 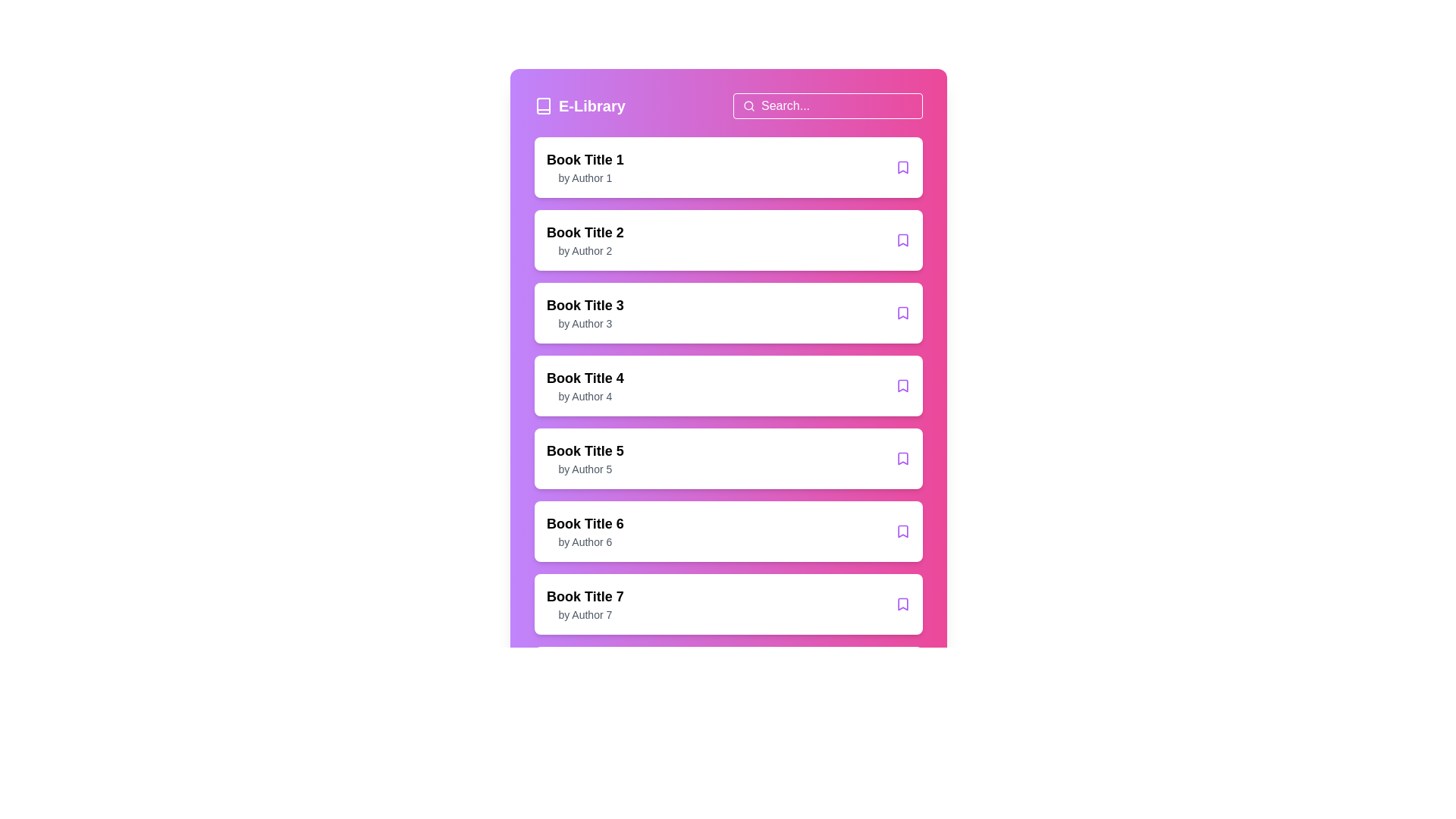 What do you see at coordinates (902, 458) in the screenshot?
I see `the SVG component styled as a bookmark, located in the right section of the interface next to 'Book Title 5 by Author 5'` at bounding box center [902, 458].